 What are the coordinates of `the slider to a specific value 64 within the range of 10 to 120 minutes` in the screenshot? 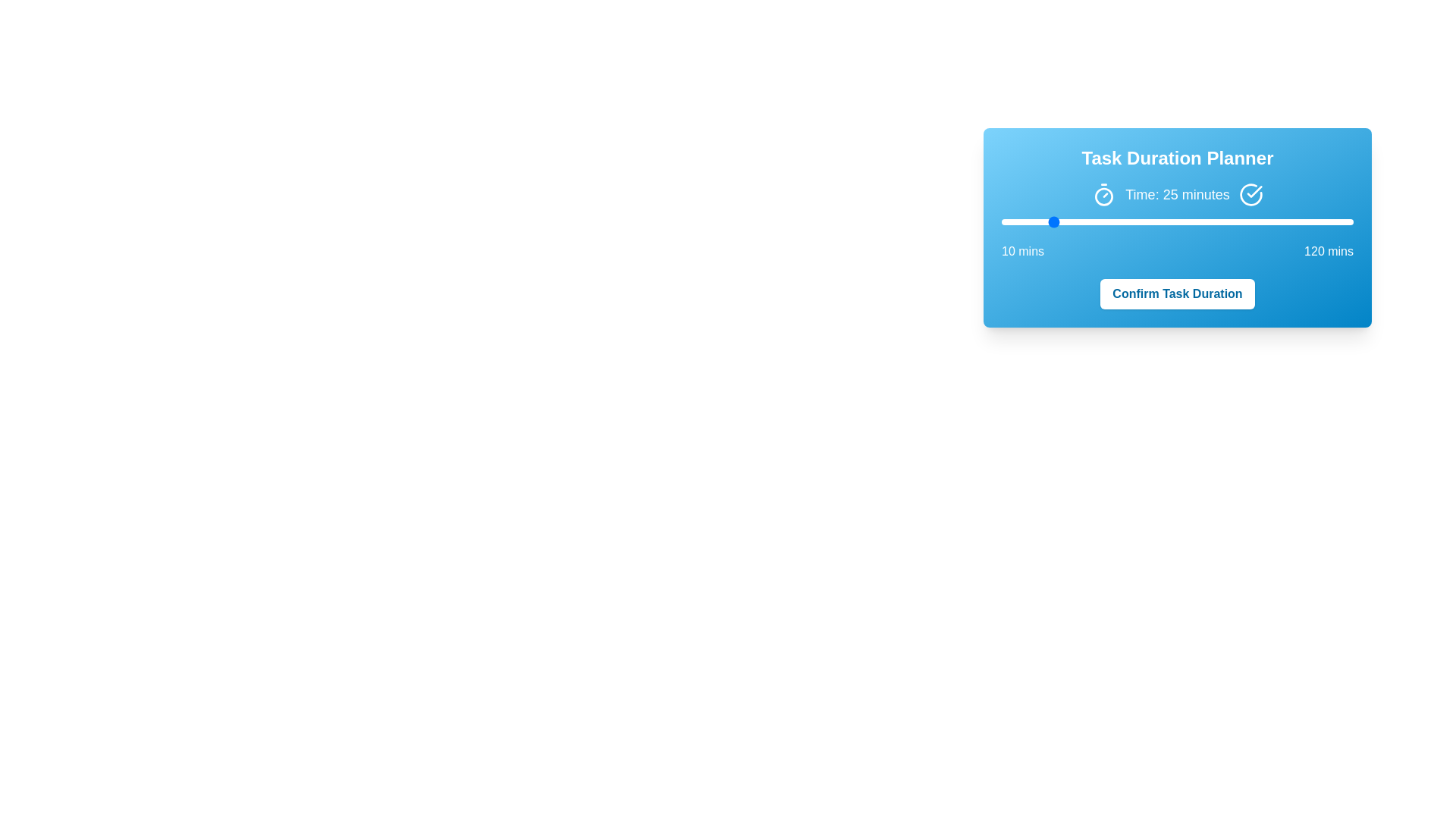 It's located at (1173, 222).